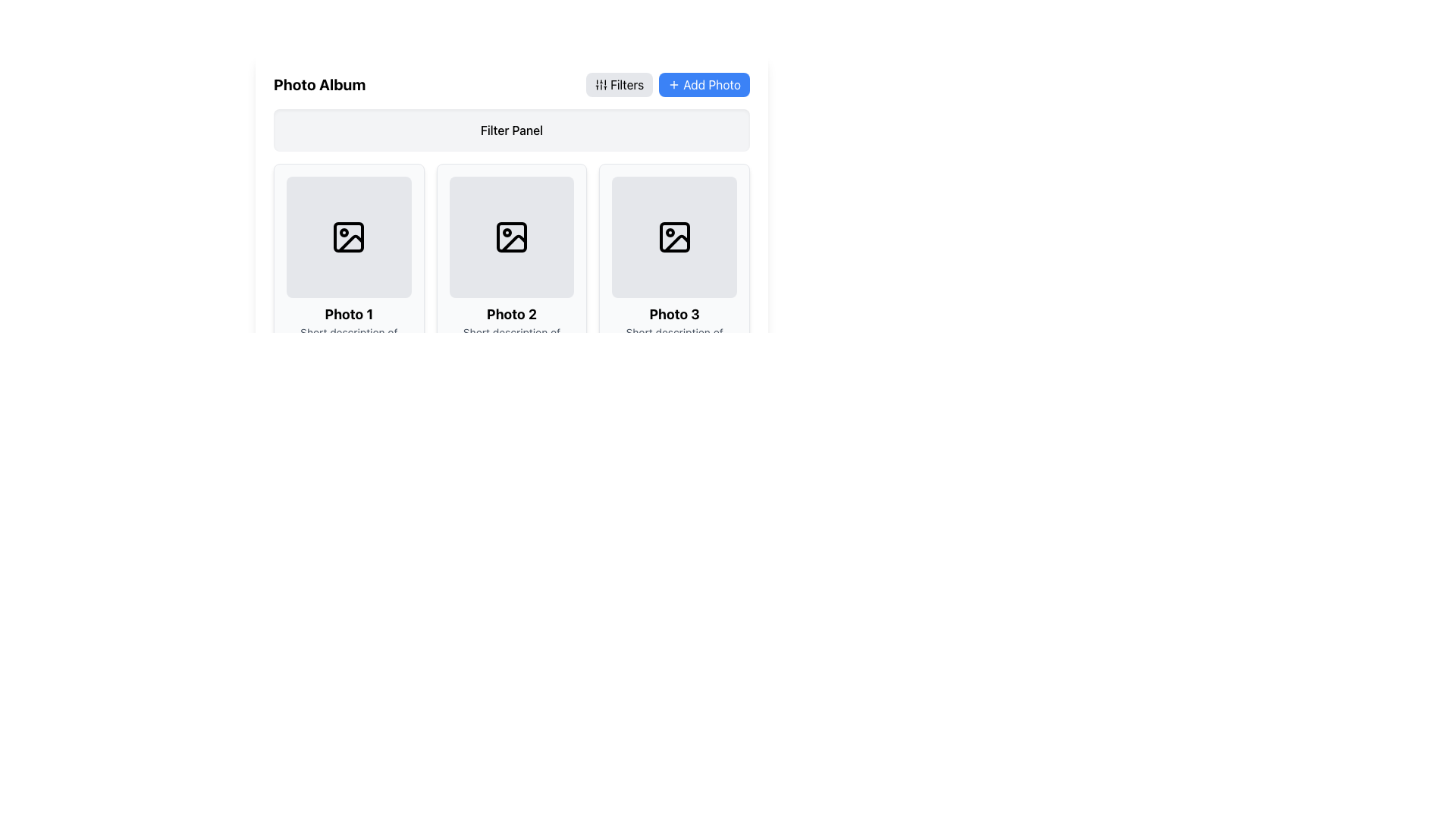  I want to click on the text label within the blue button located at the top-right corner of the interface to observe the visual response, so click(711, 84).